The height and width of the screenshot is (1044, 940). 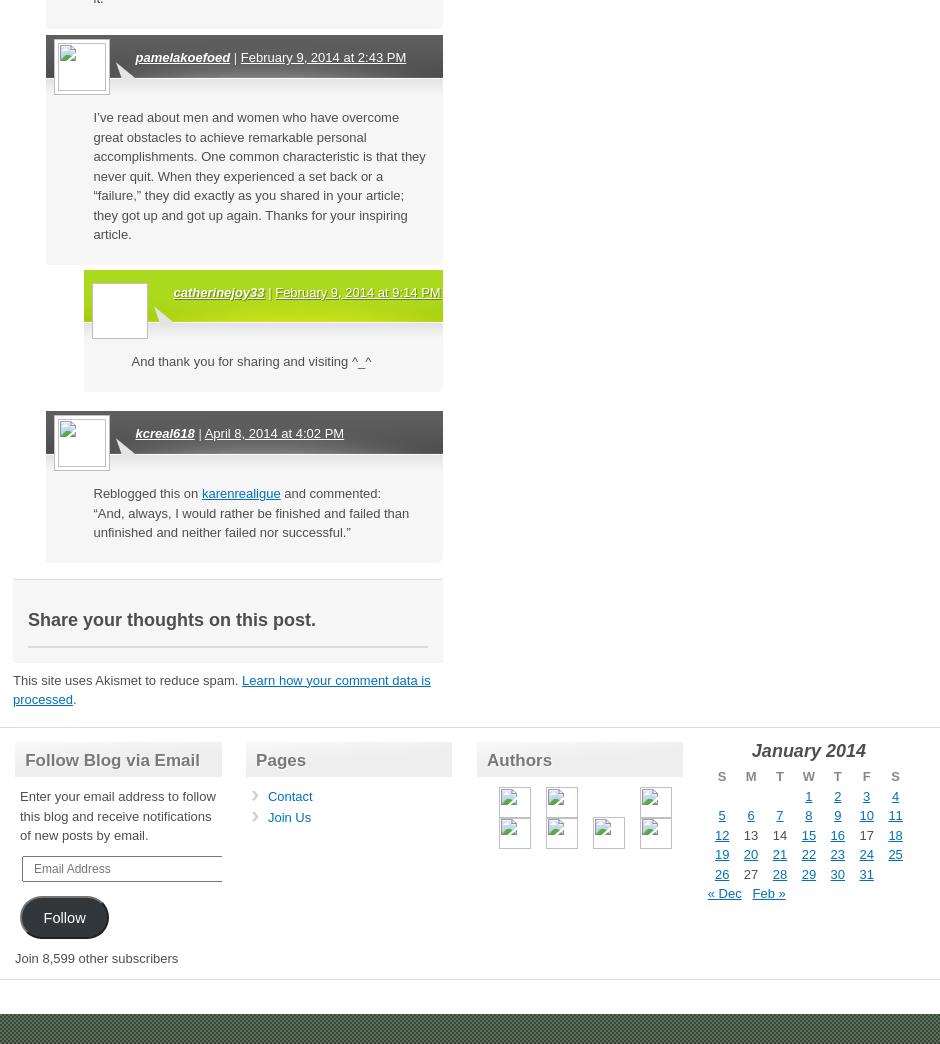 I want to click on 'And thank you for sharing and visiting ^_^', so click(x=130, y=361).